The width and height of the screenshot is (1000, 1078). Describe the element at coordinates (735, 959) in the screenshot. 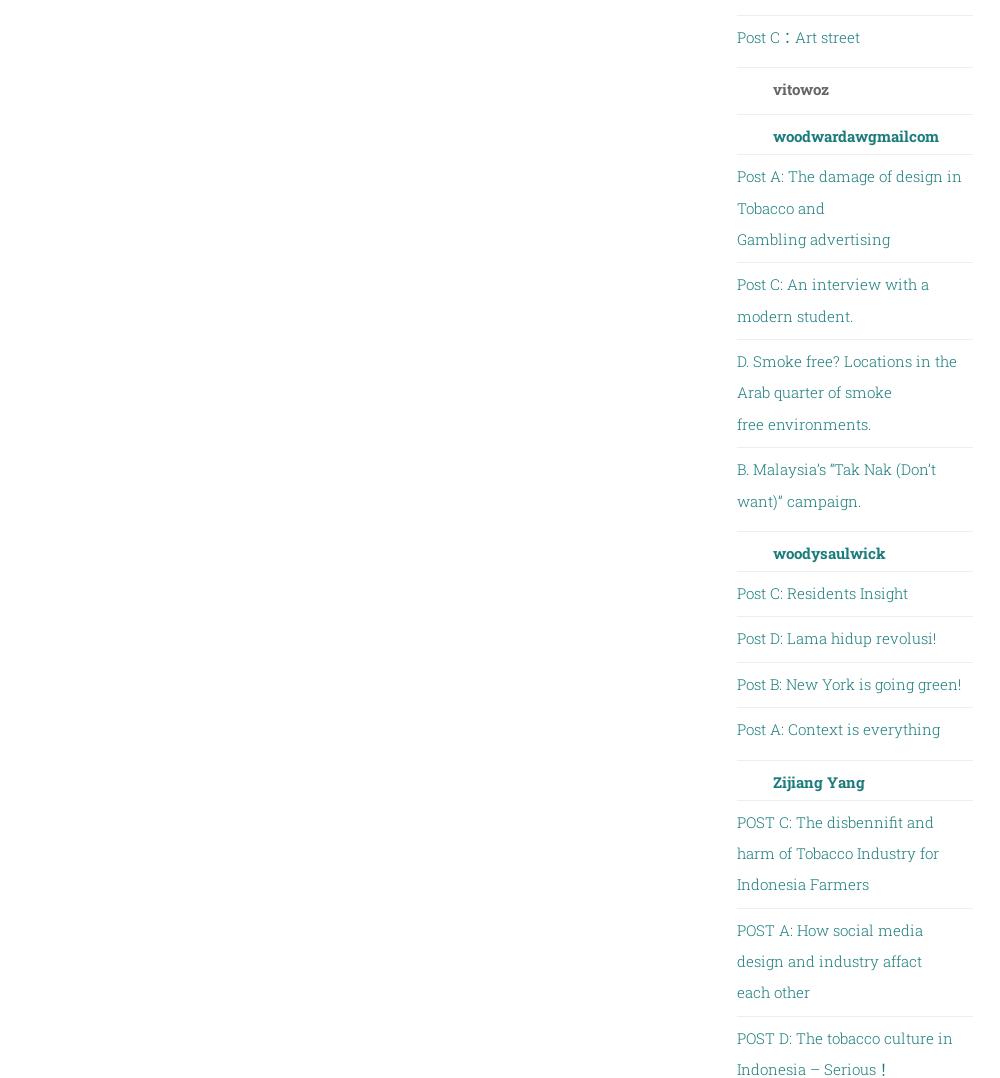

I see `'POST A: How social media design and industry affact each other'` at that location.